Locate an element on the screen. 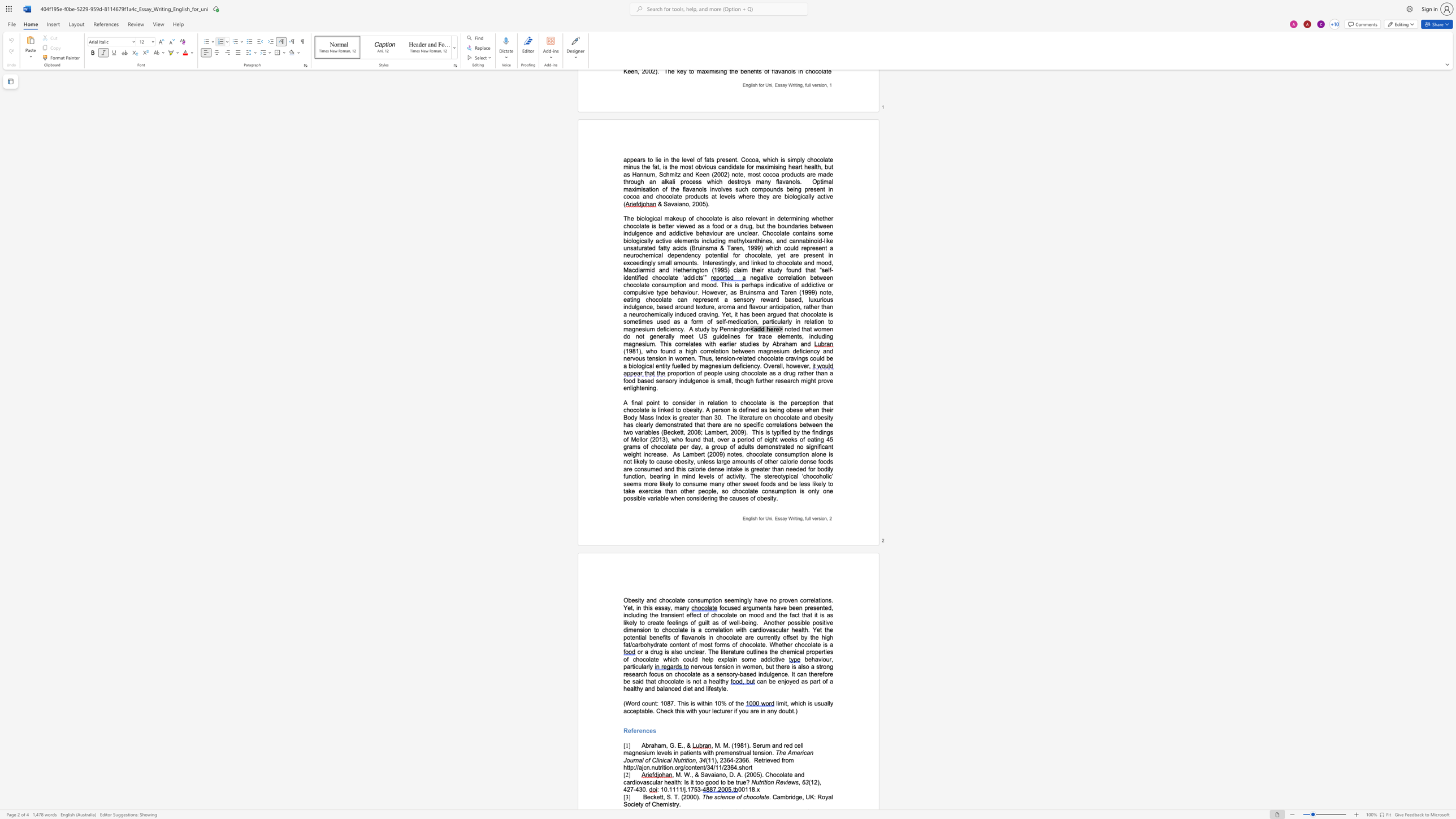  the space between the continuous character "t" and "t" in the text is located at coordinates (661, 796).